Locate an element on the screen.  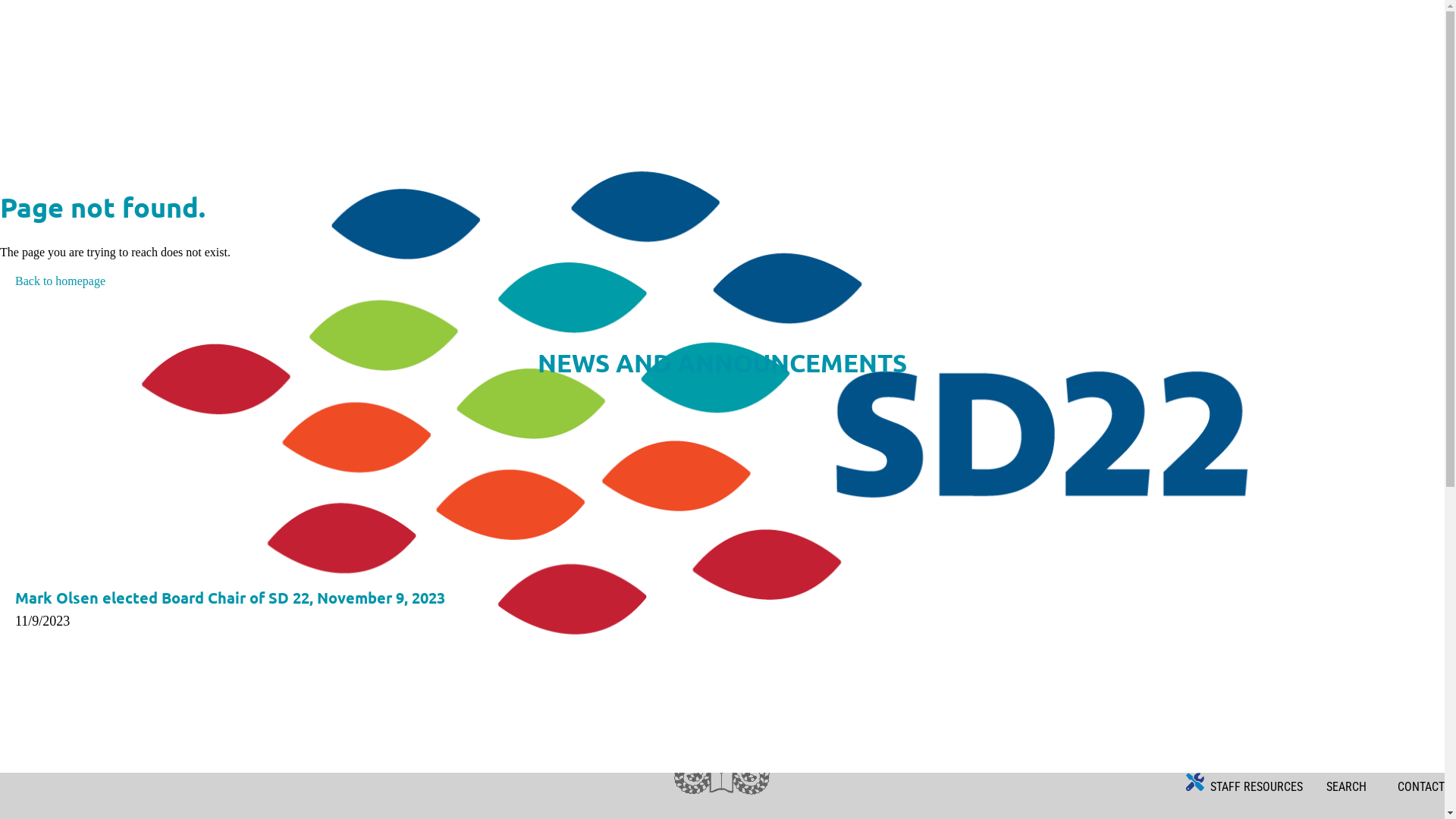
'Mark Olsen elected Board Chair of SD 22, November 9, 2023' is located at coordinates (229, 596).